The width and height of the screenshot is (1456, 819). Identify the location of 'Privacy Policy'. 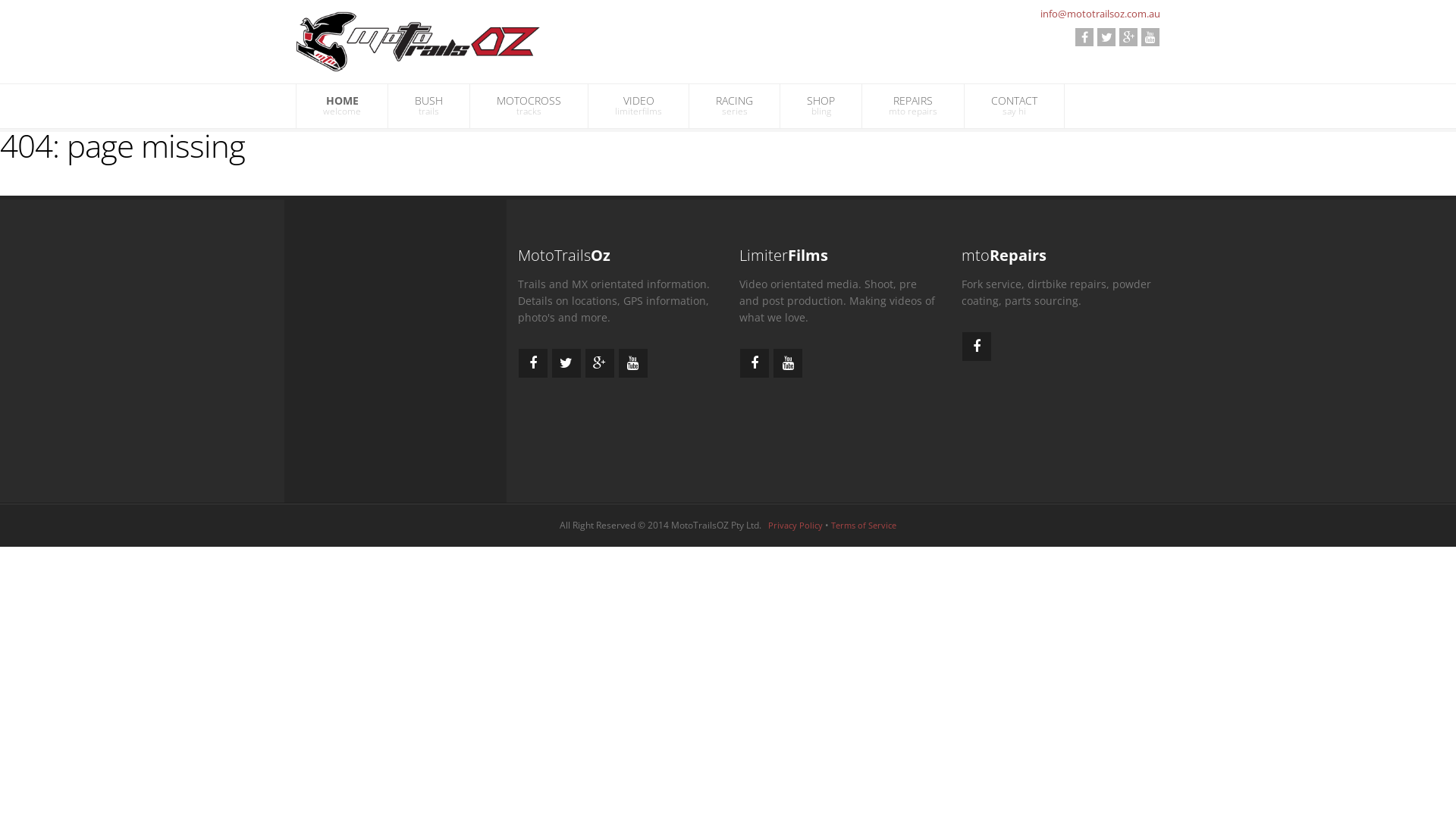
(795, 524).